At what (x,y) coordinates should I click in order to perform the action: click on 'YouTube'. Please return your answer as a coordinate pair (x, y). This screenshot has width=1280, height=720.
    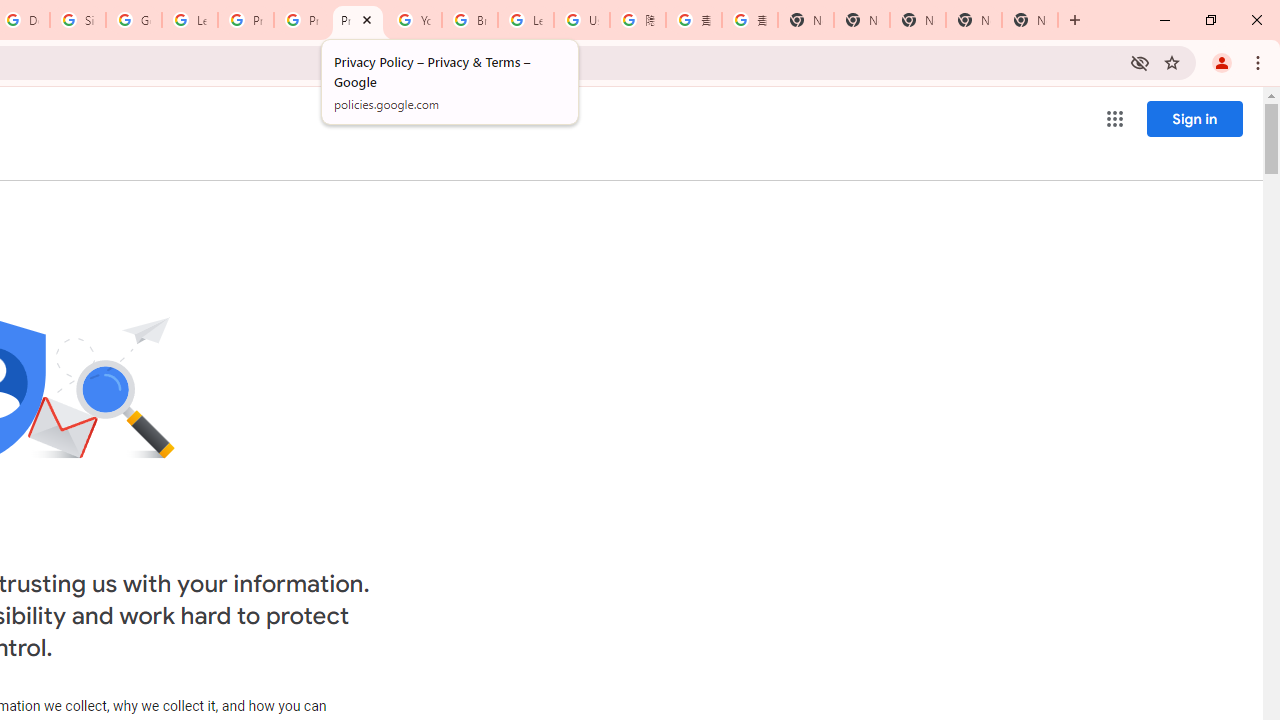
    Looking at the image, I should click on (413, 20).